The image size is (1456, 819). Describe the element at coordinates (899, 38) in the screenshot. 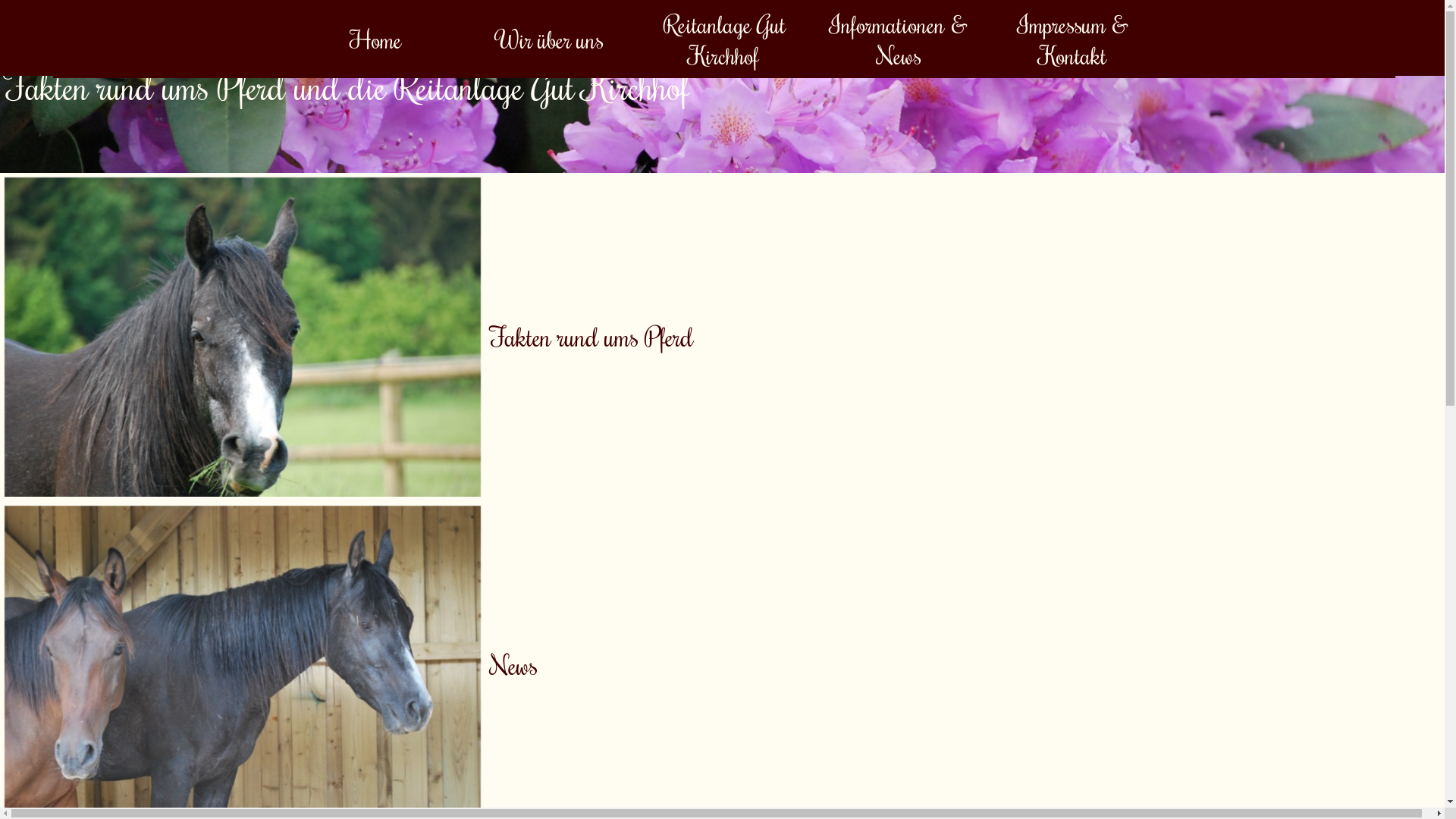

I see `'Informationen & News'` at that location.